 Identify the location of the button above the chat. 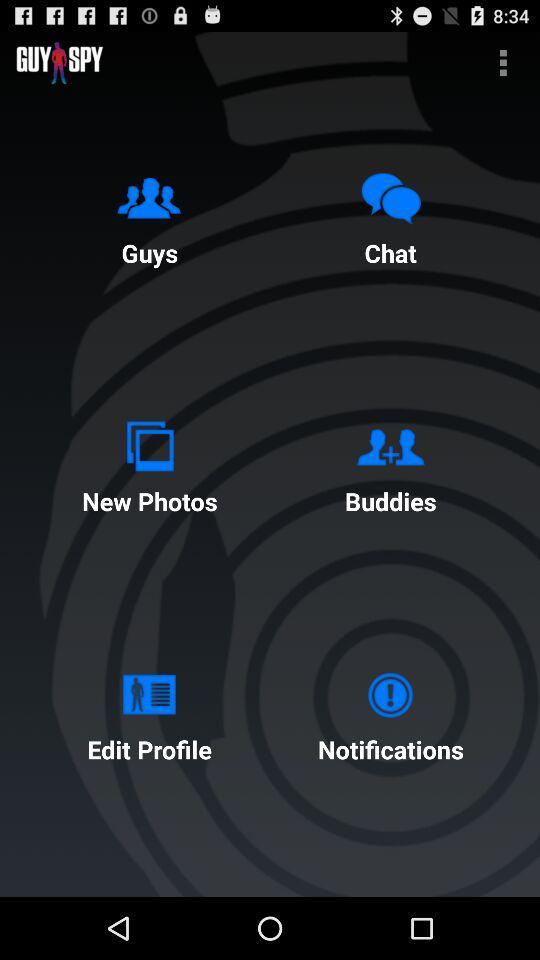
(502, 62).